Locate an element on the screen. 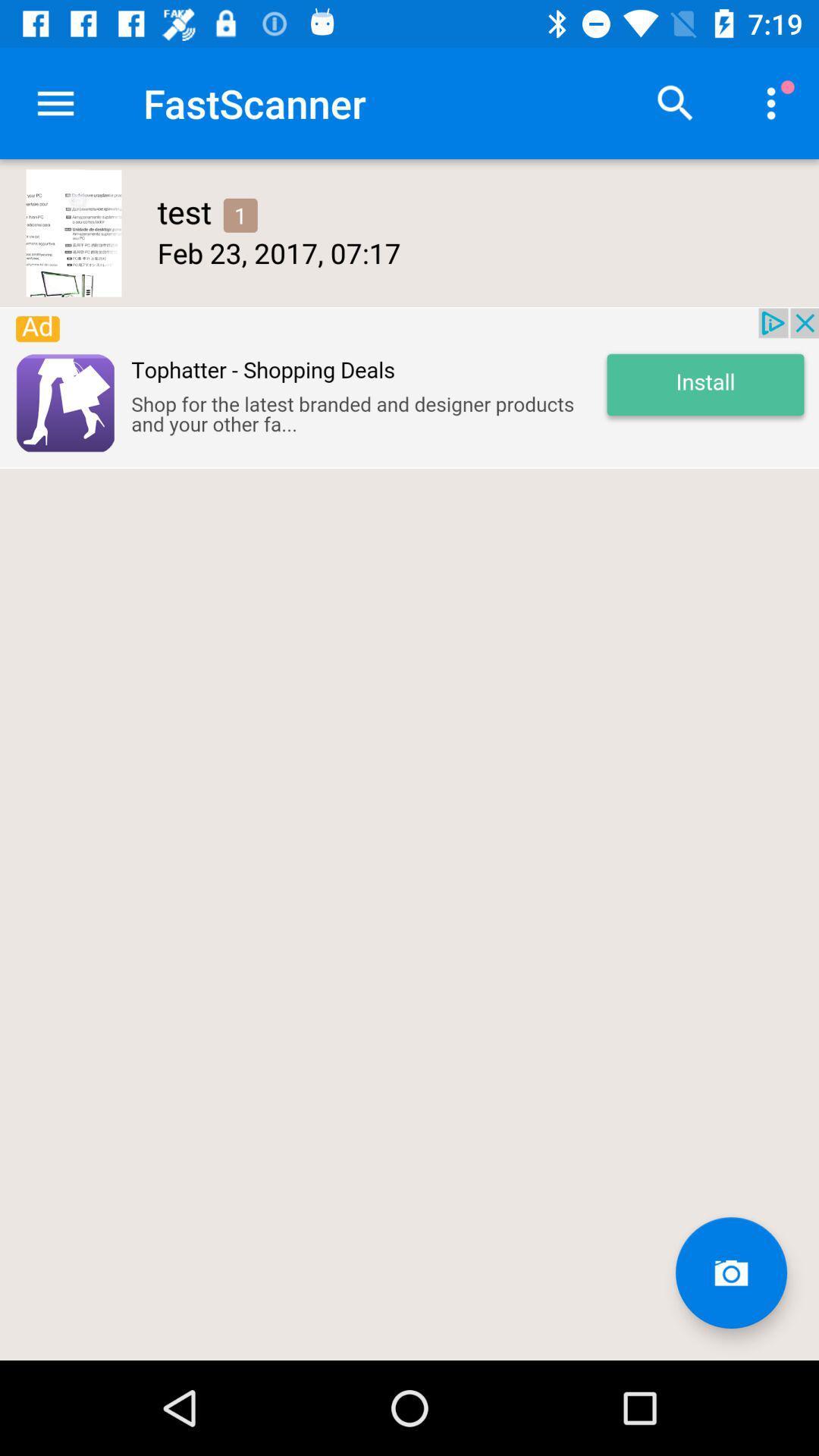  install app button is located at coordinates (409, 388).